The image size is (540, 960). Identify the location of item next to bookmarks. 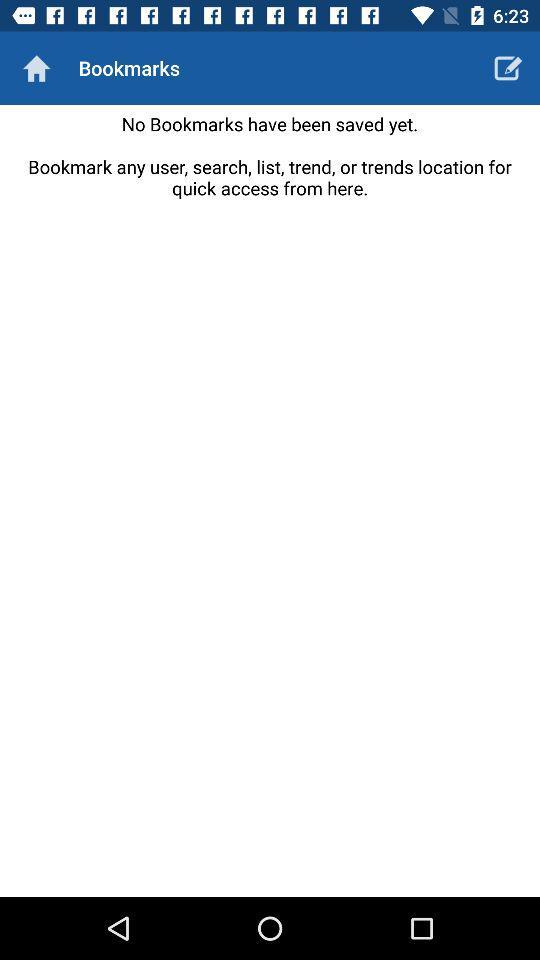
(36, 68).